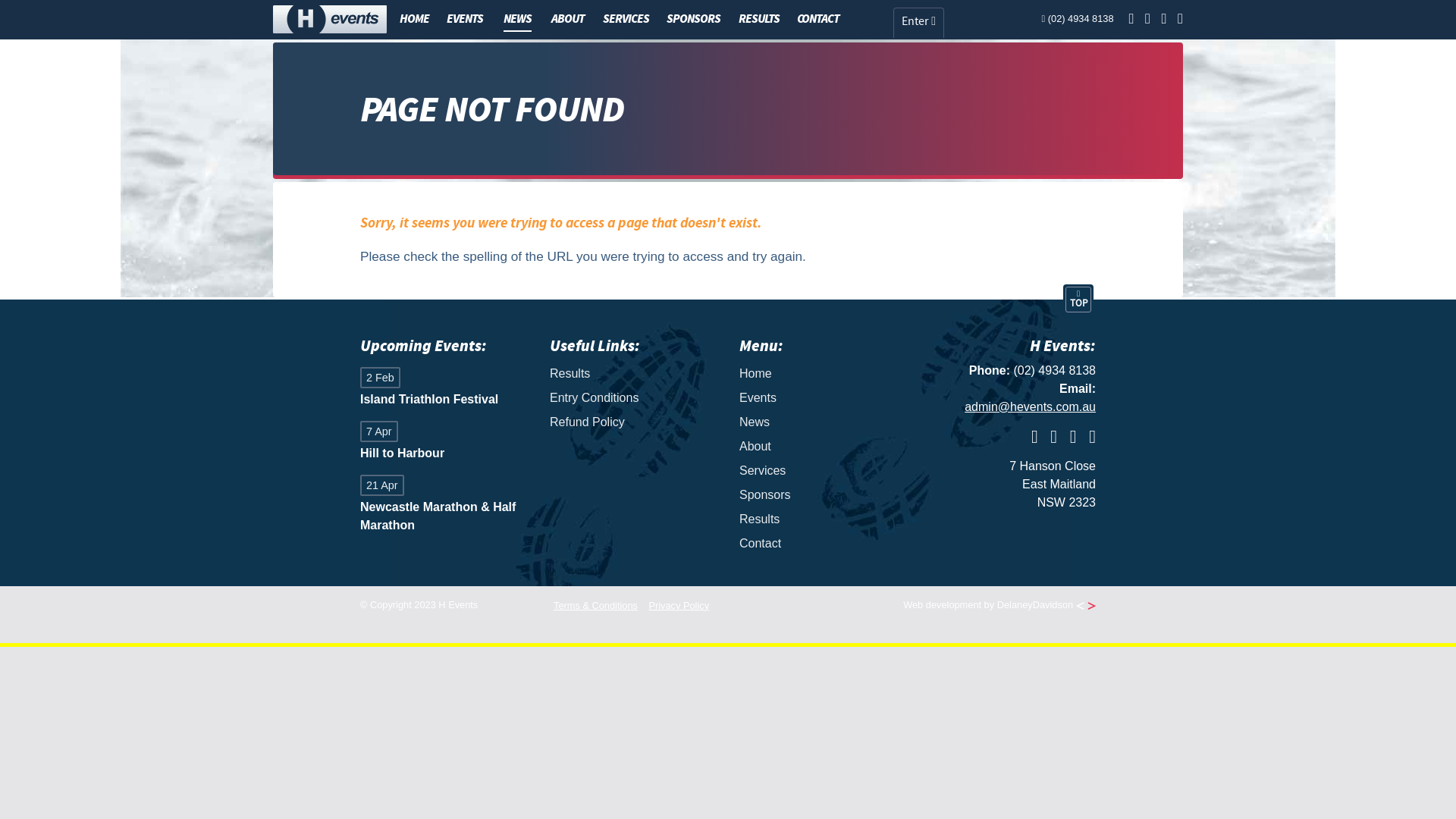 The height and width of the screenshot is (819, 1456). What do you see at coordinates (595, 604) in the screenshot?
I see `'Terms & Conditions'` at bounding box center [595, 604].